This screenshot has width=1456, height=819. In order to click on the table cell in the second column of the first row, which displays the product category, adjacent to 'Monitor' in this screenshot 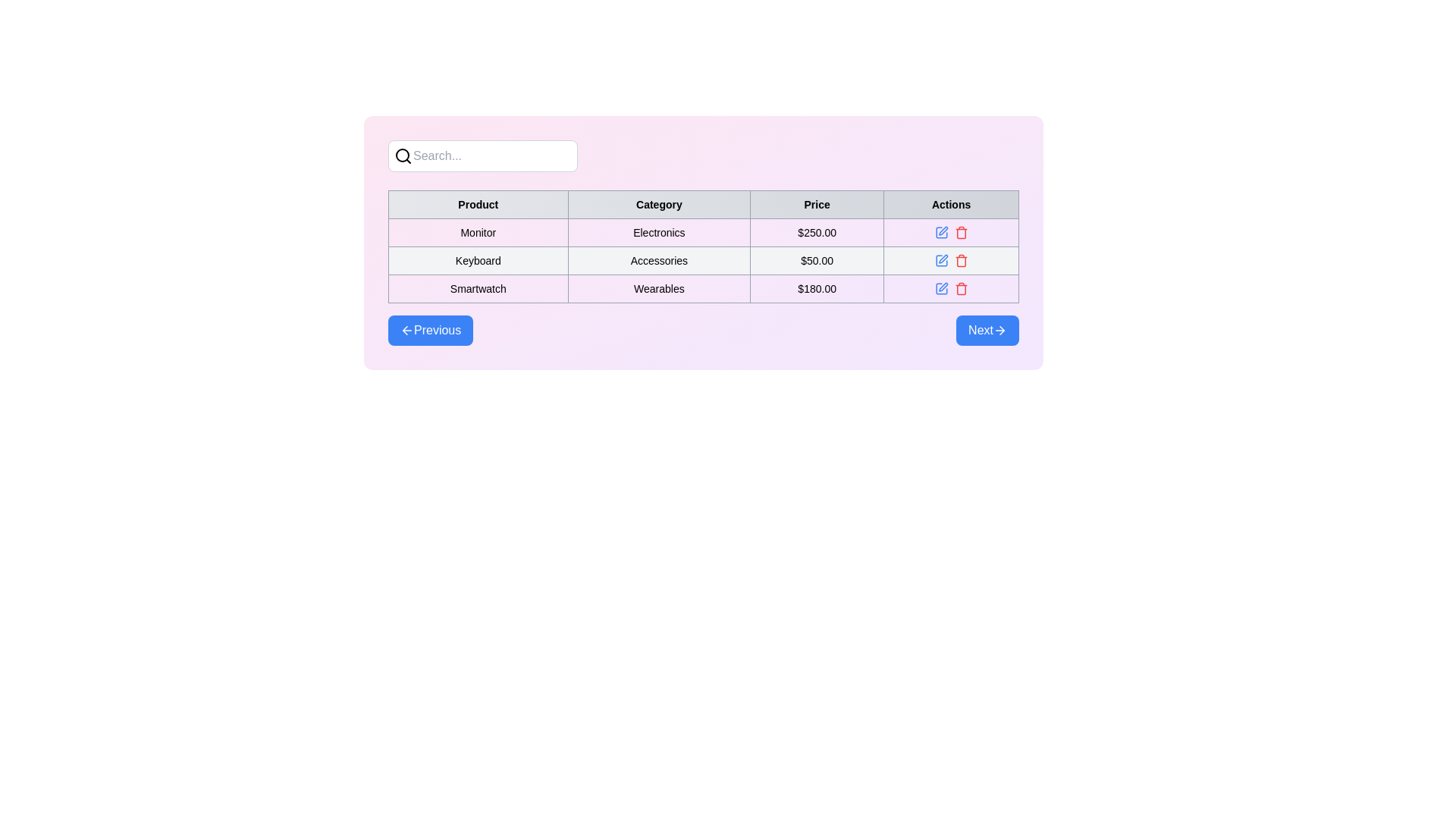, I will do `click(659, 233)`.